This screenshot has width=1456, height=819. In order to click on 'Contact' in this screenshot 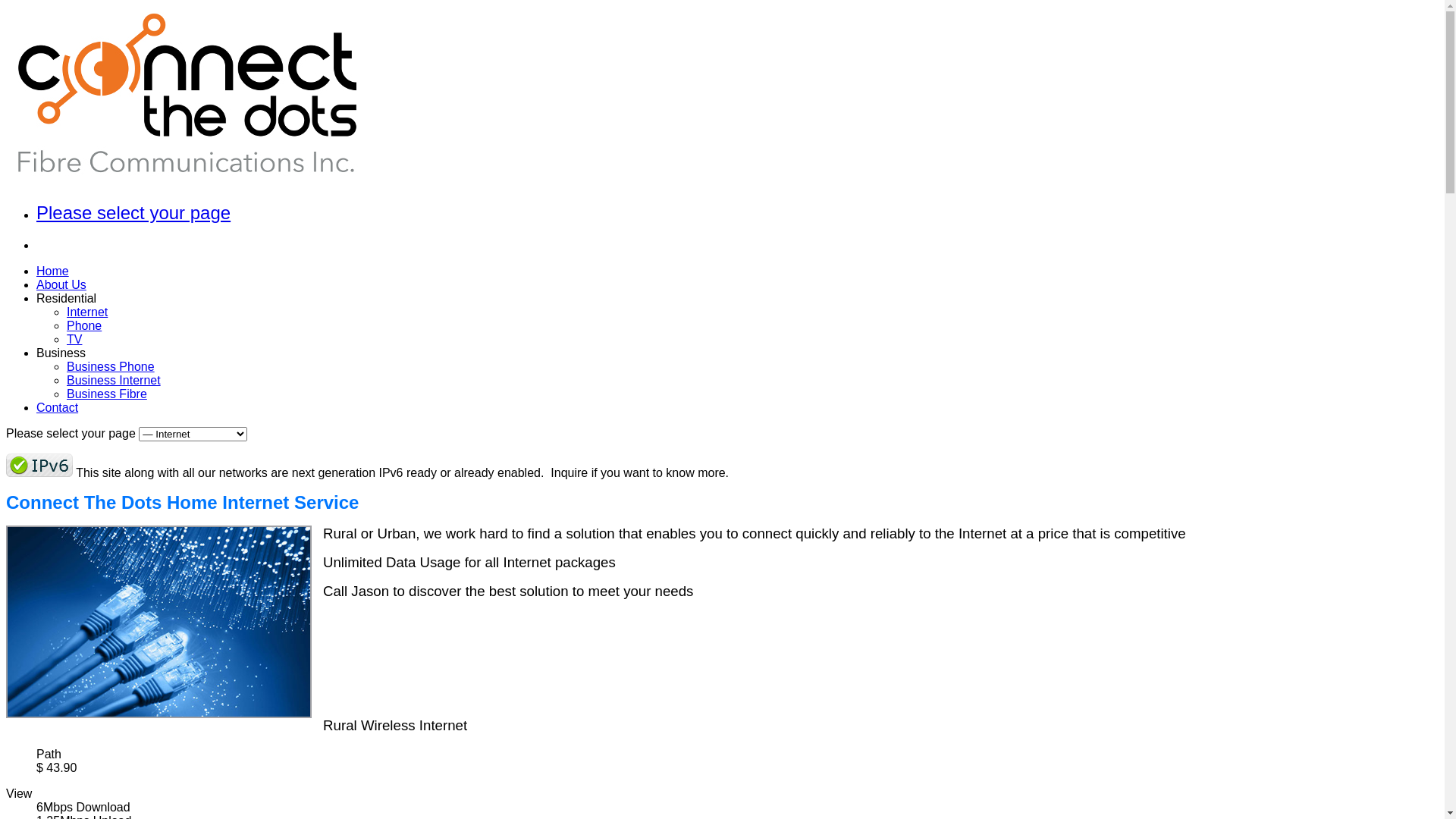, I will do `click(57, 406)`.